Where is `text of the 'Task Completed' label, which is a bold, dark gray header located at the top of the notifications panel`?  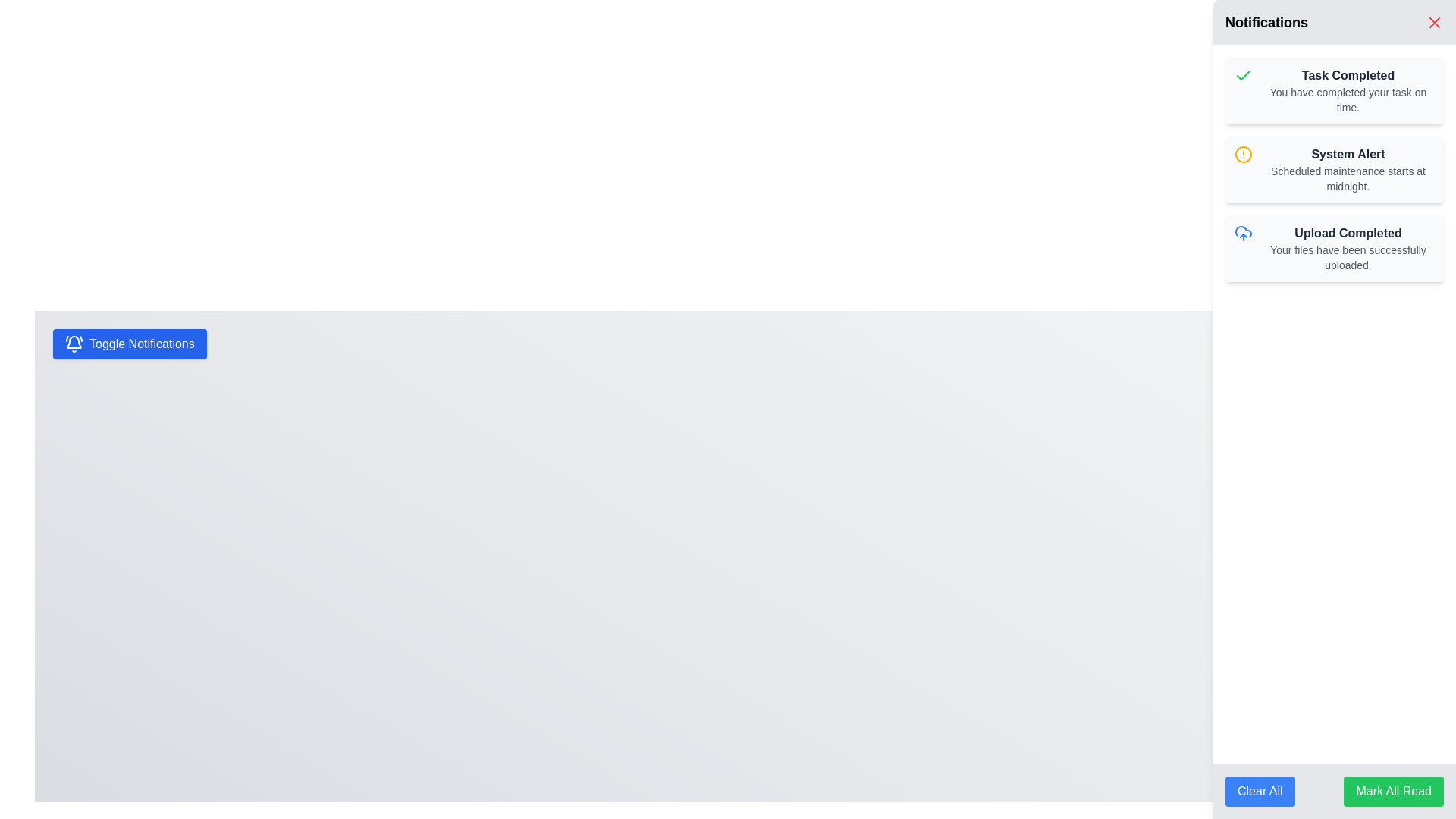
text of the 'Task Completed' label, which is a bold, dark gray header located at the top of the notifications panel is located at coordinates (1348, 76).